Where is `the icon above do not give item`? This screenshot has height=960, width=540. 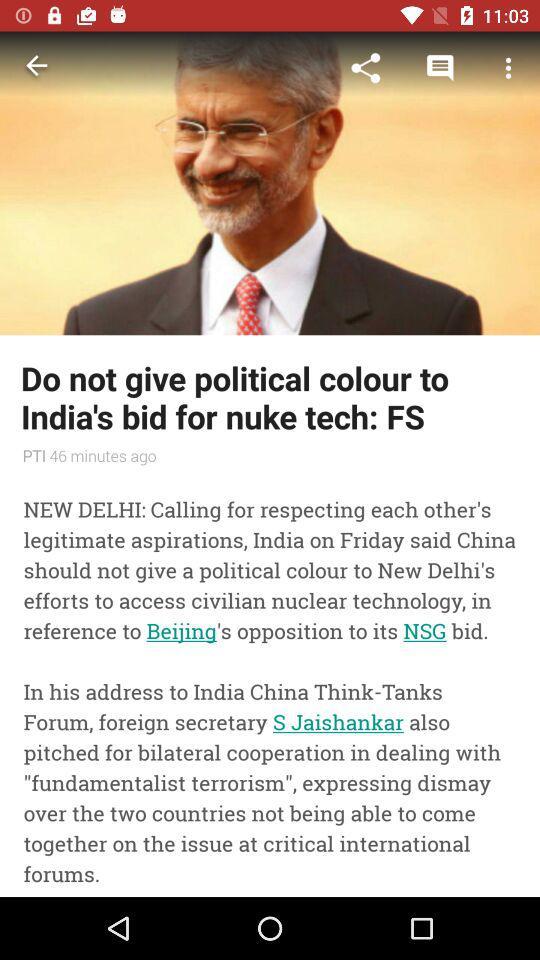 the icon above do not give item is located at coordinates (440, 68).